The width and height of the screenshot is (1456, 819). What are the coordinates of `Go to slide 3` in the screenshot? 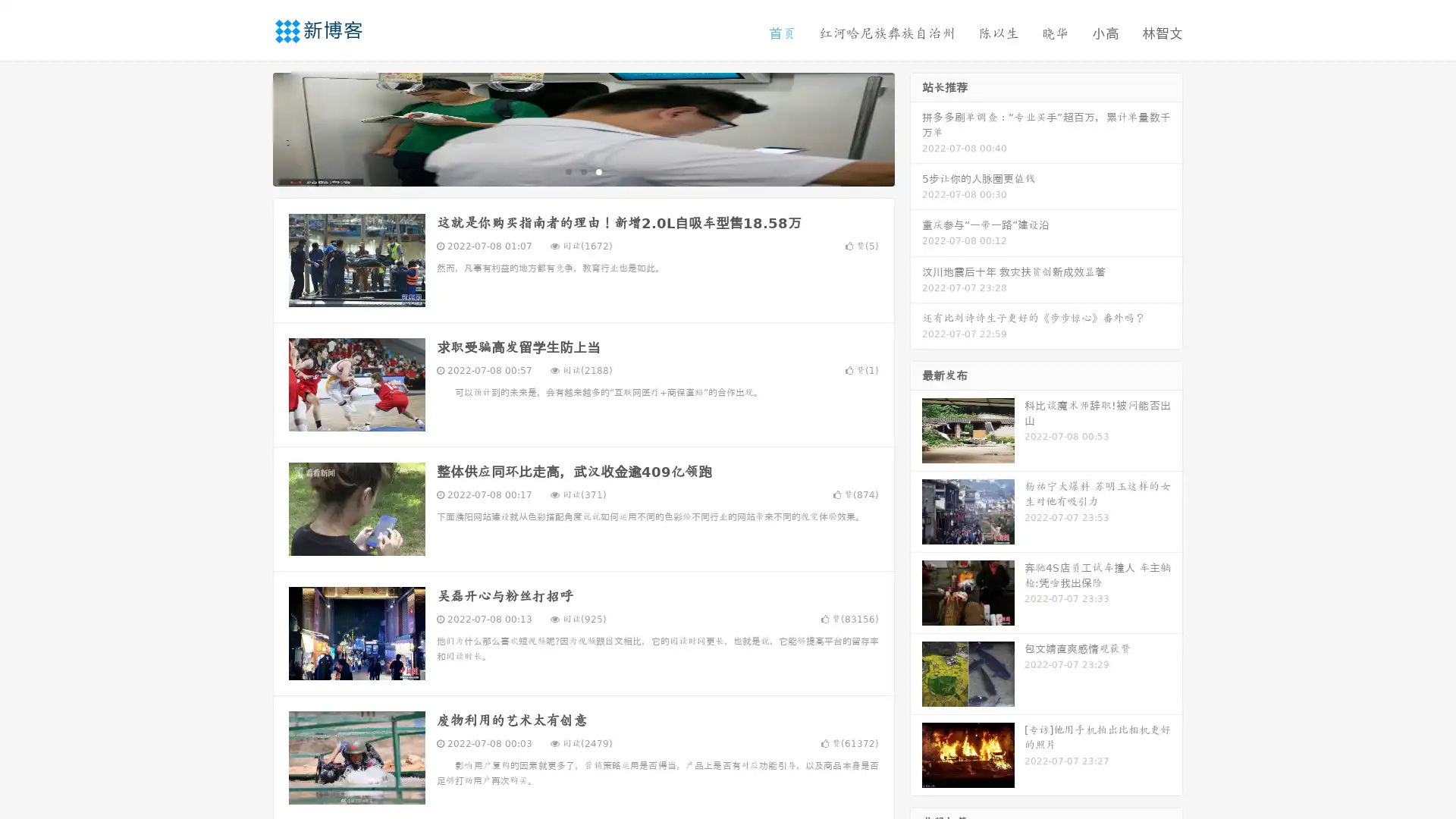 It's located at (598, 171).